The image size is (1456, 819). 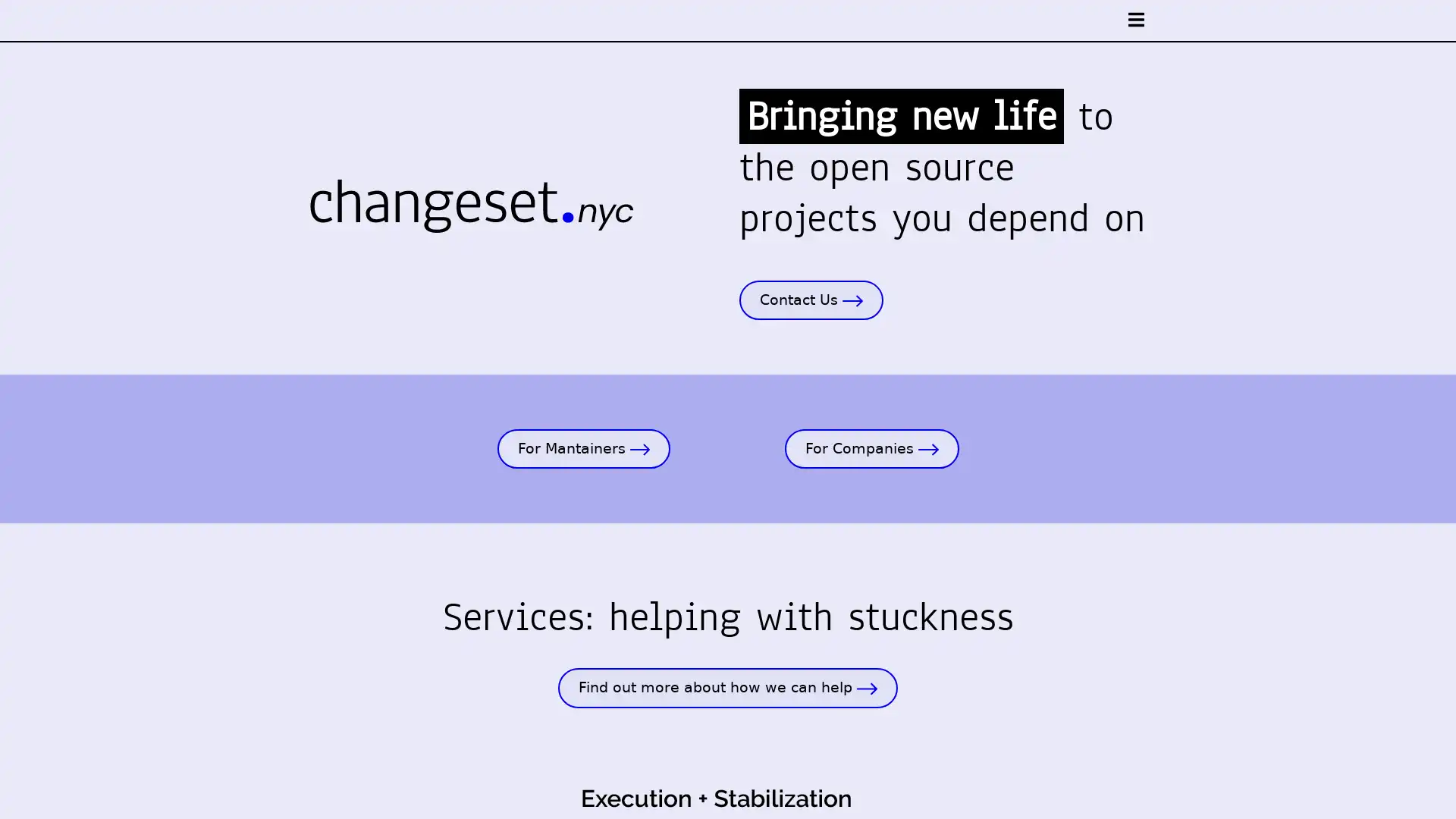 I want to click on open nav, so click(x=1136, y=20).